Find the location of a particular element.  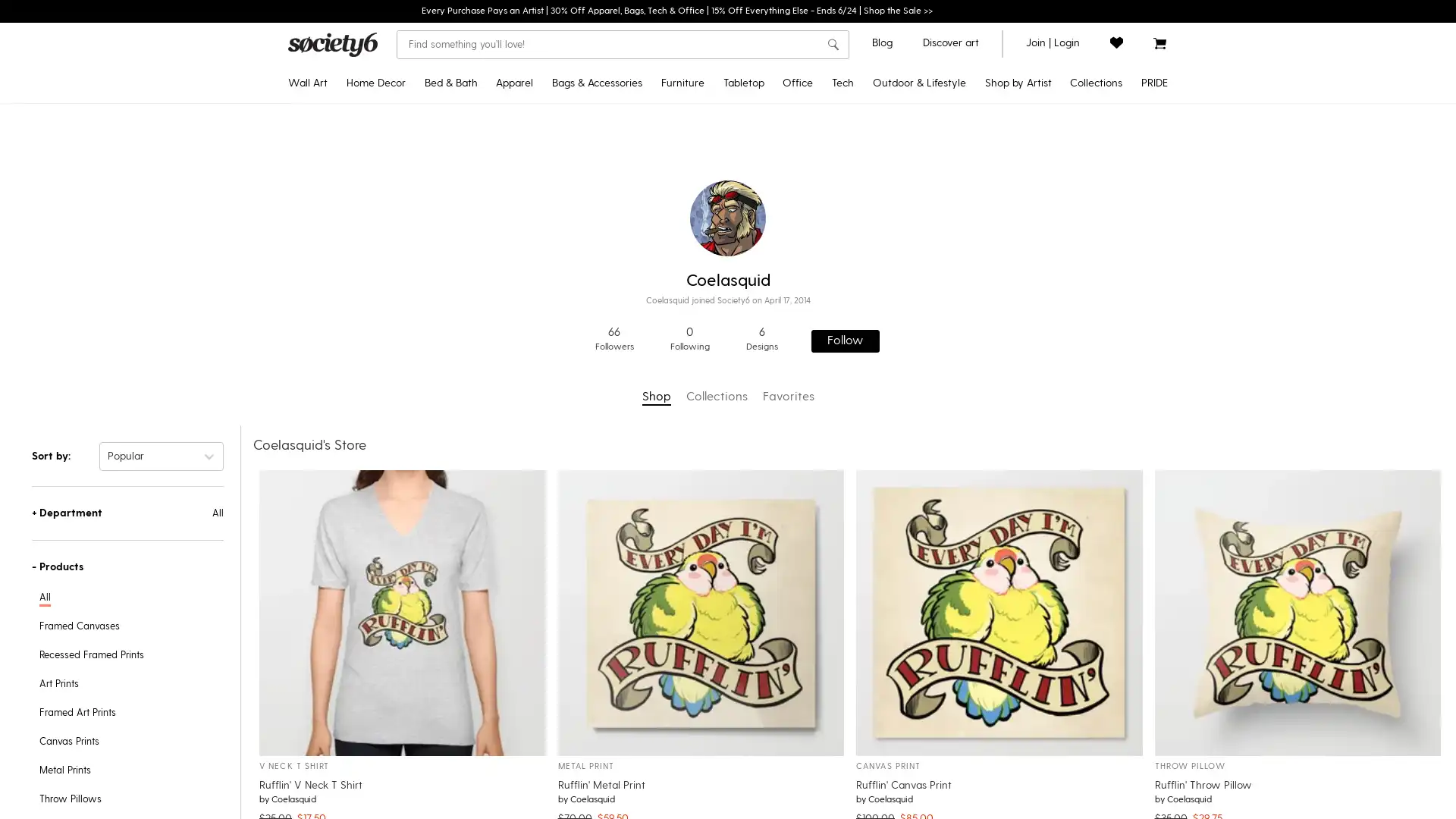

Wine Chillers is located at coordinates (939, 293).